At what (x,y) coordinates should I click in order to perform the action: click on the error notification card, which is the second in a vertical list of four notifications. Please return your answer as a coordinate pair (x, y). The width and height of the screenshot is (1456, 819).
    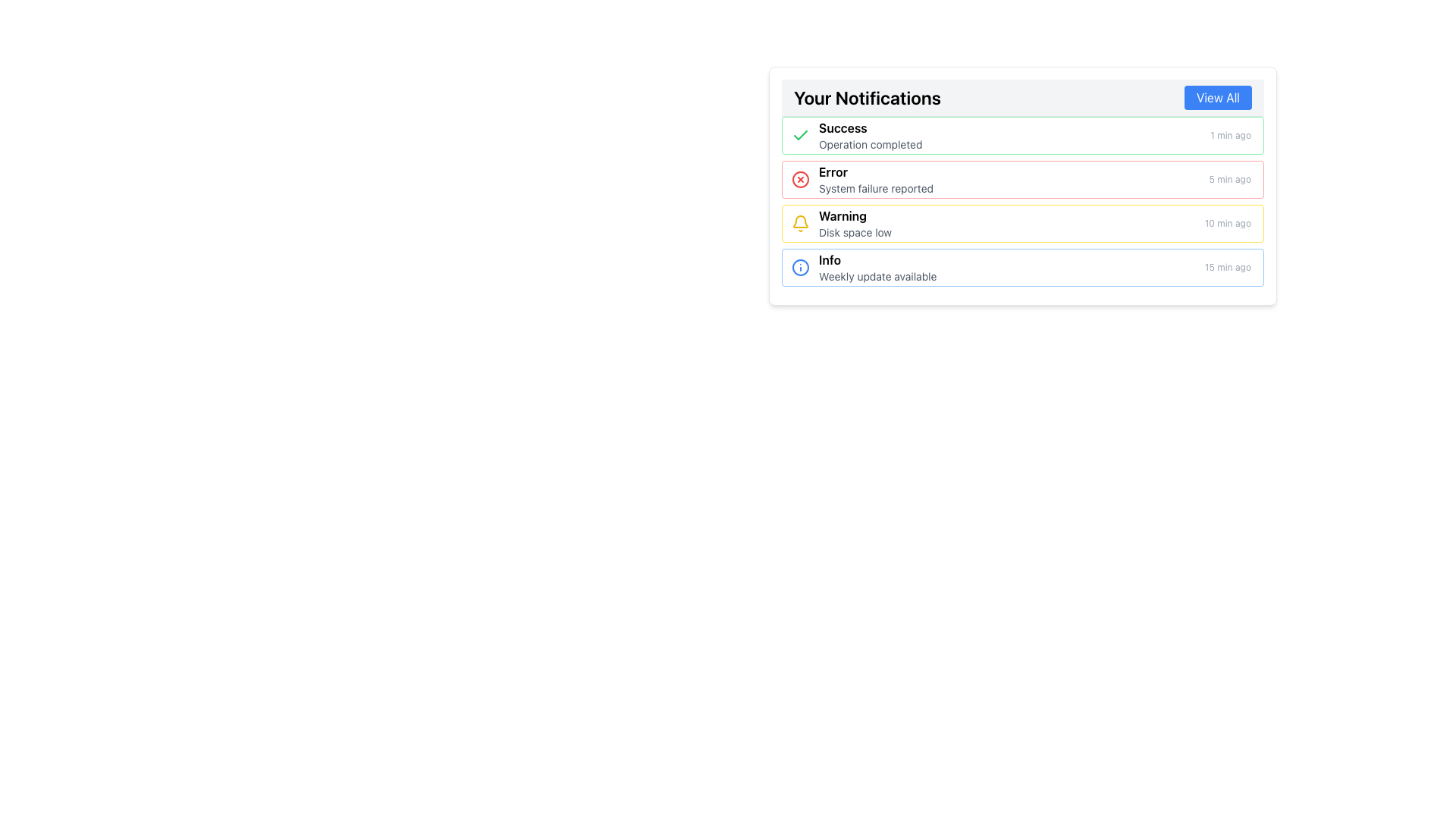
    Looking at the image, I should click on (1022, 178).